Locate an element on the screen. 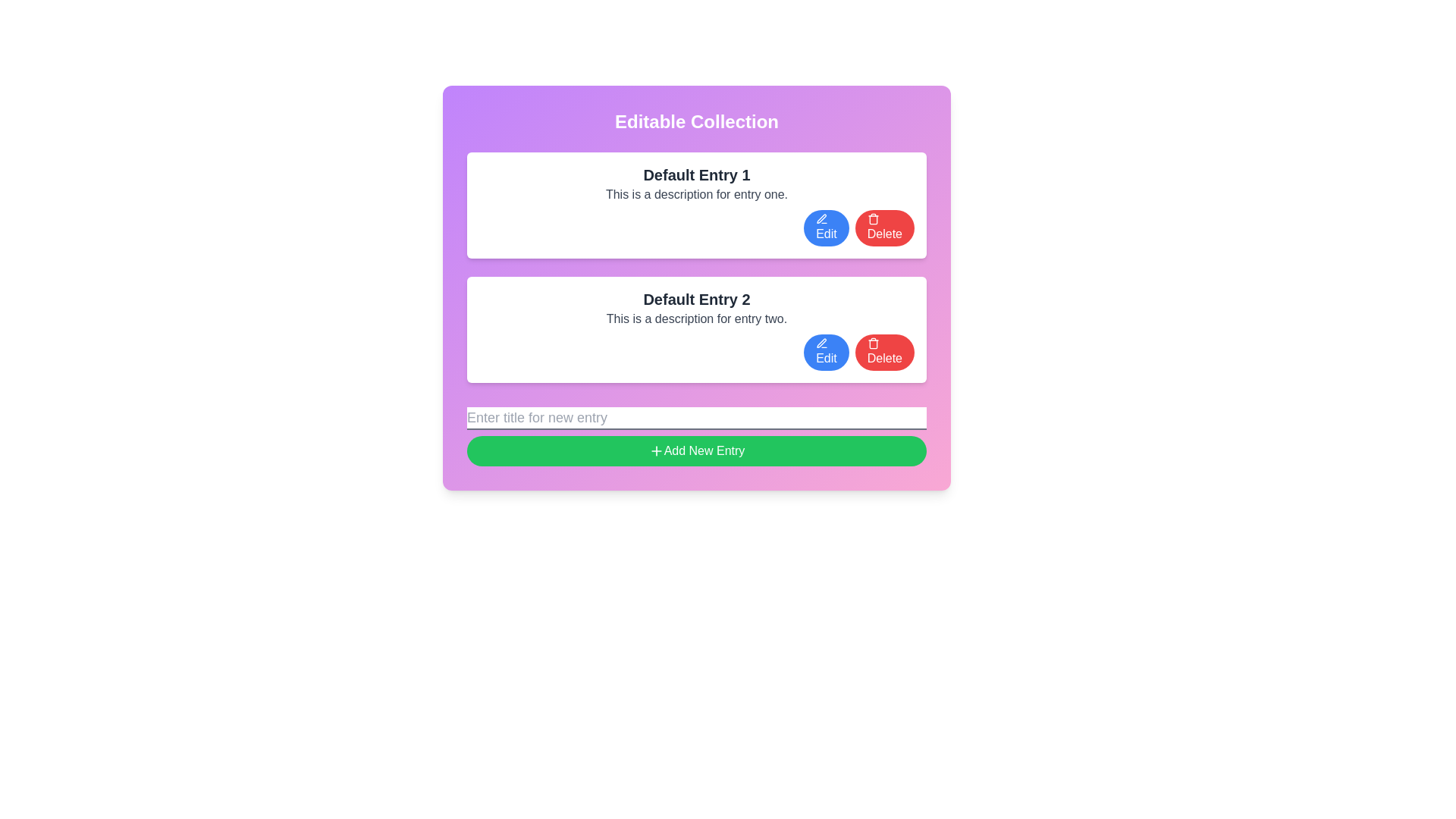  description text 'This is a description for entry one.' from the card component labeled 'Default Entry 1', which is the first card in the list is located at coordinates (695, 205).